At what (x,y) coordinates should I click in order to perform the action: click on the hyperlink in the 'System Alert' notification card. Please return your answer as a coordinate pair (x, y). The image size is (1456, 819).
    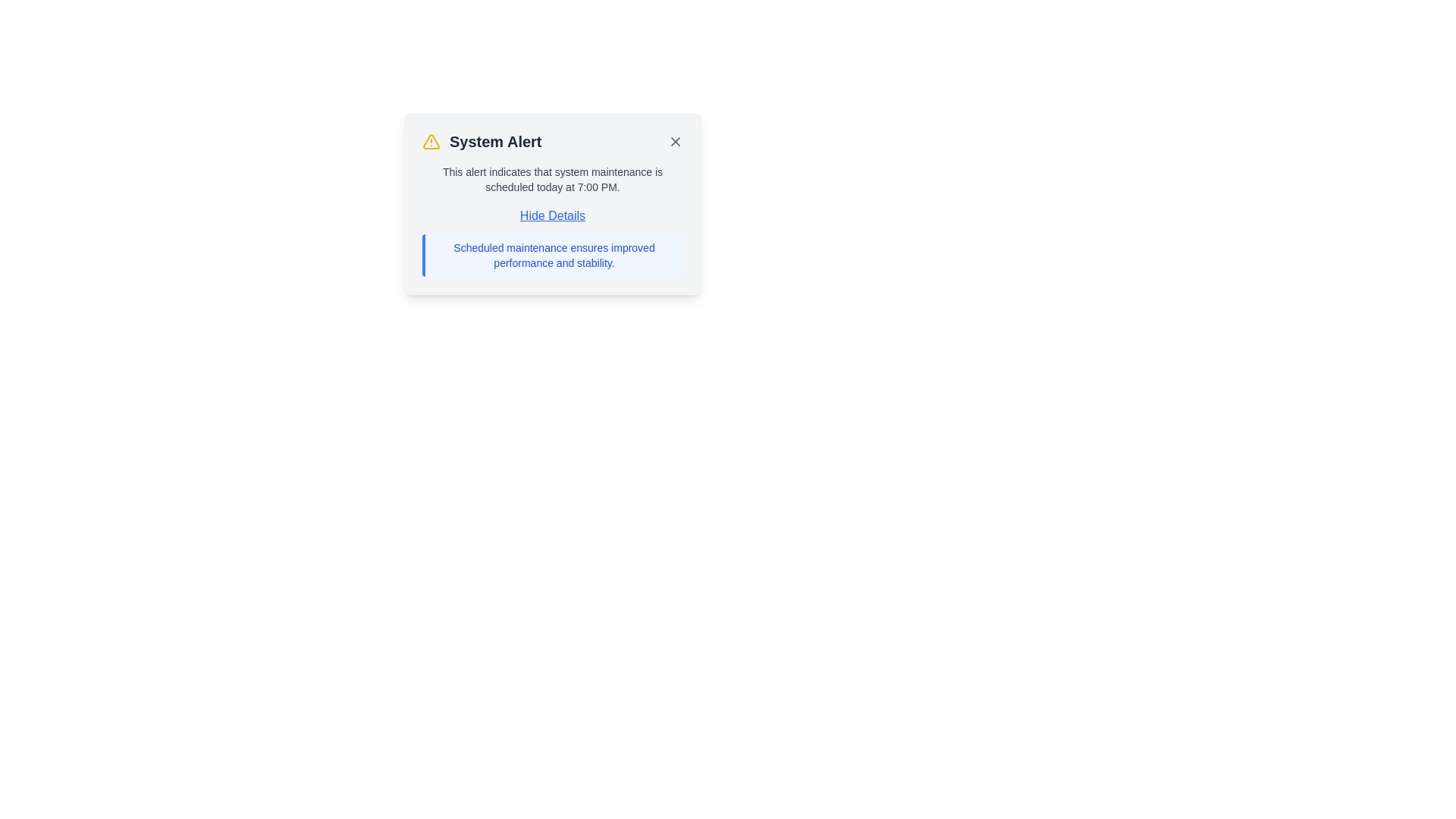
    Looking at the image, I should click on (552, 241).